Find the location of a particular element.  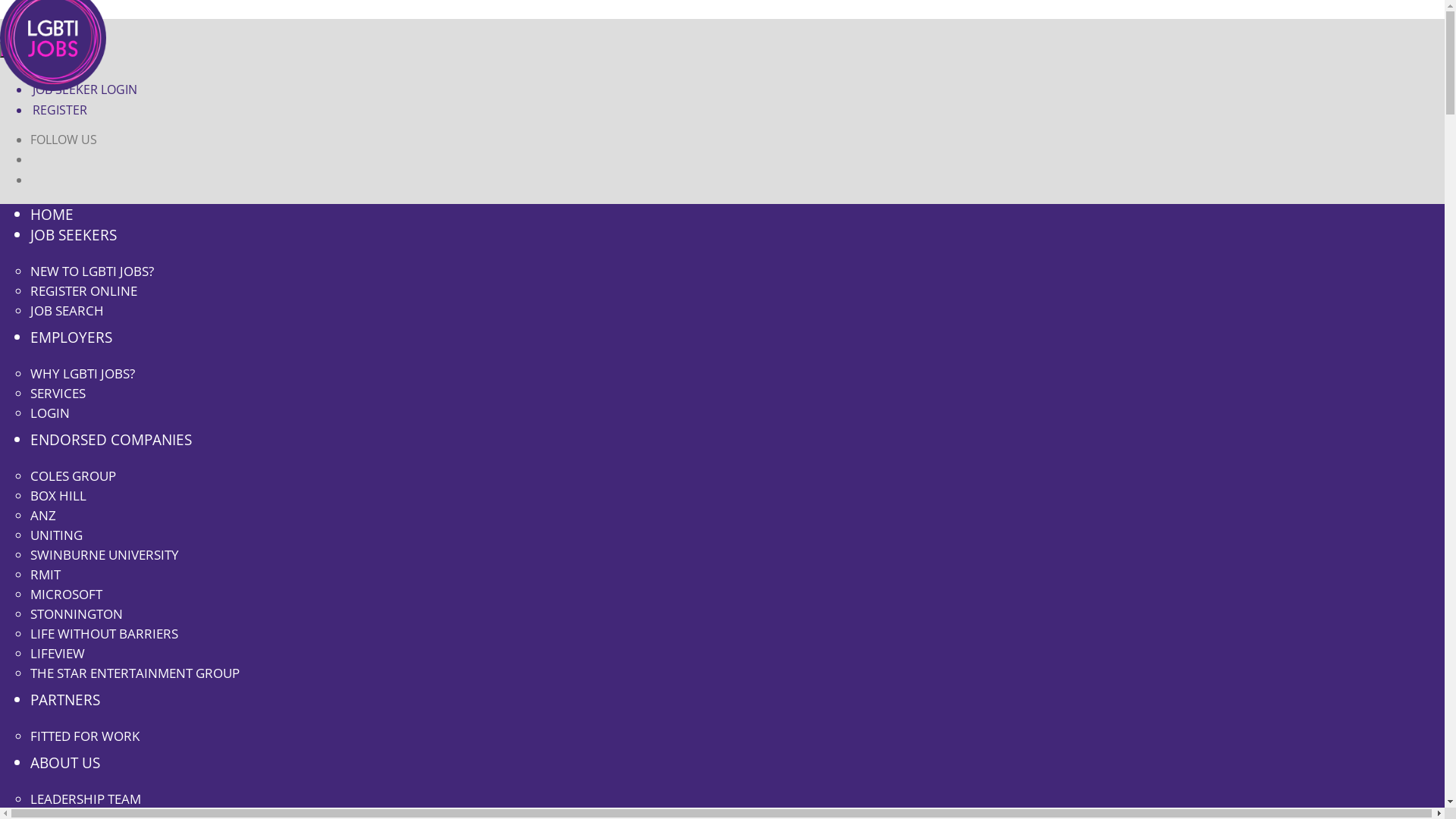

'COLES GROUP' is located at coordinates (72, 475).